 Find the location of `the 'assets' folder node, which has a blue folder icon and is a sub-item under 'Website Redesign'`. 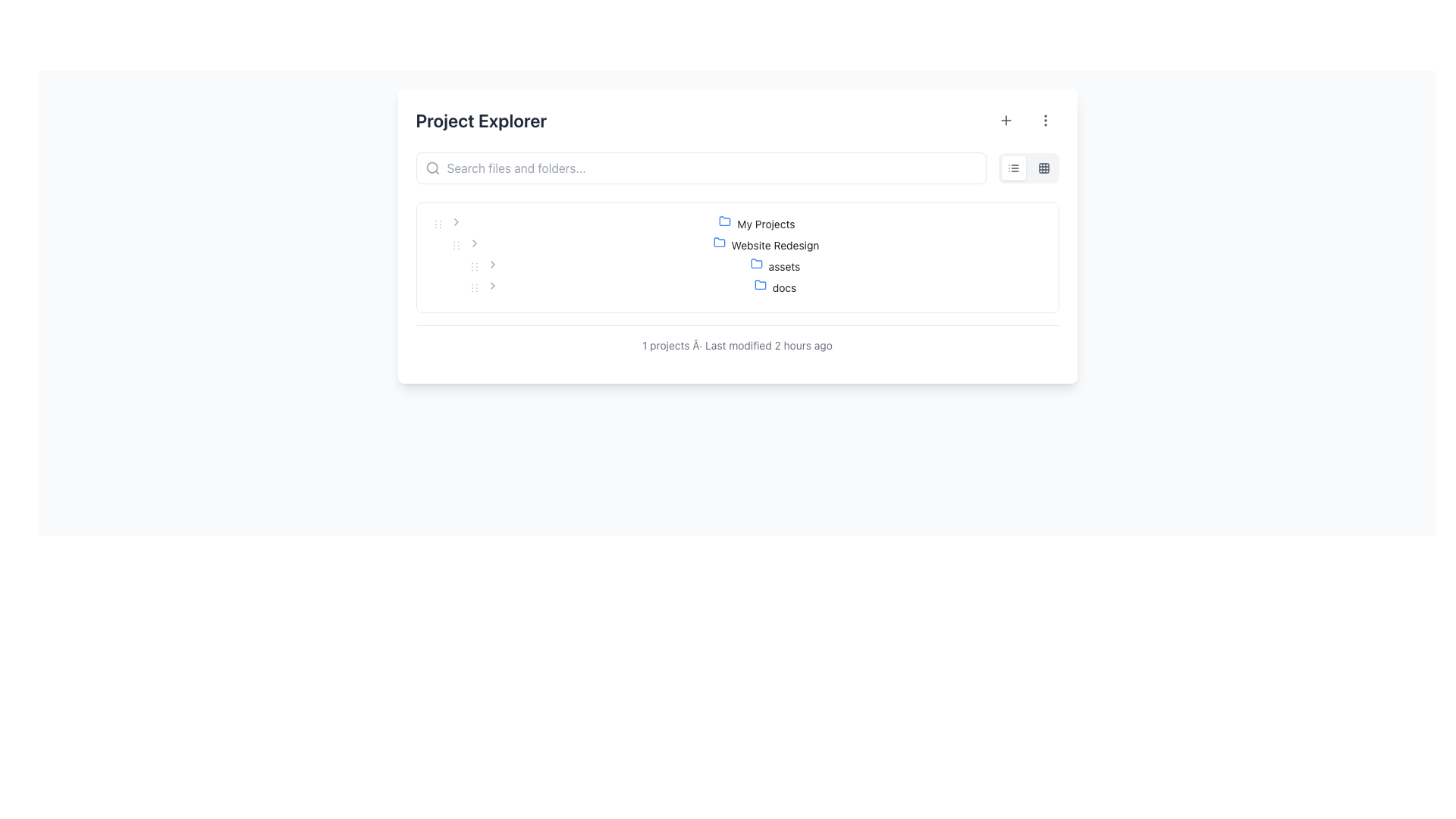

the 'assets' folder node, which has a blue folder icon and is a sub-item under 'Website Redesign' is located at coordinates (737, 265).